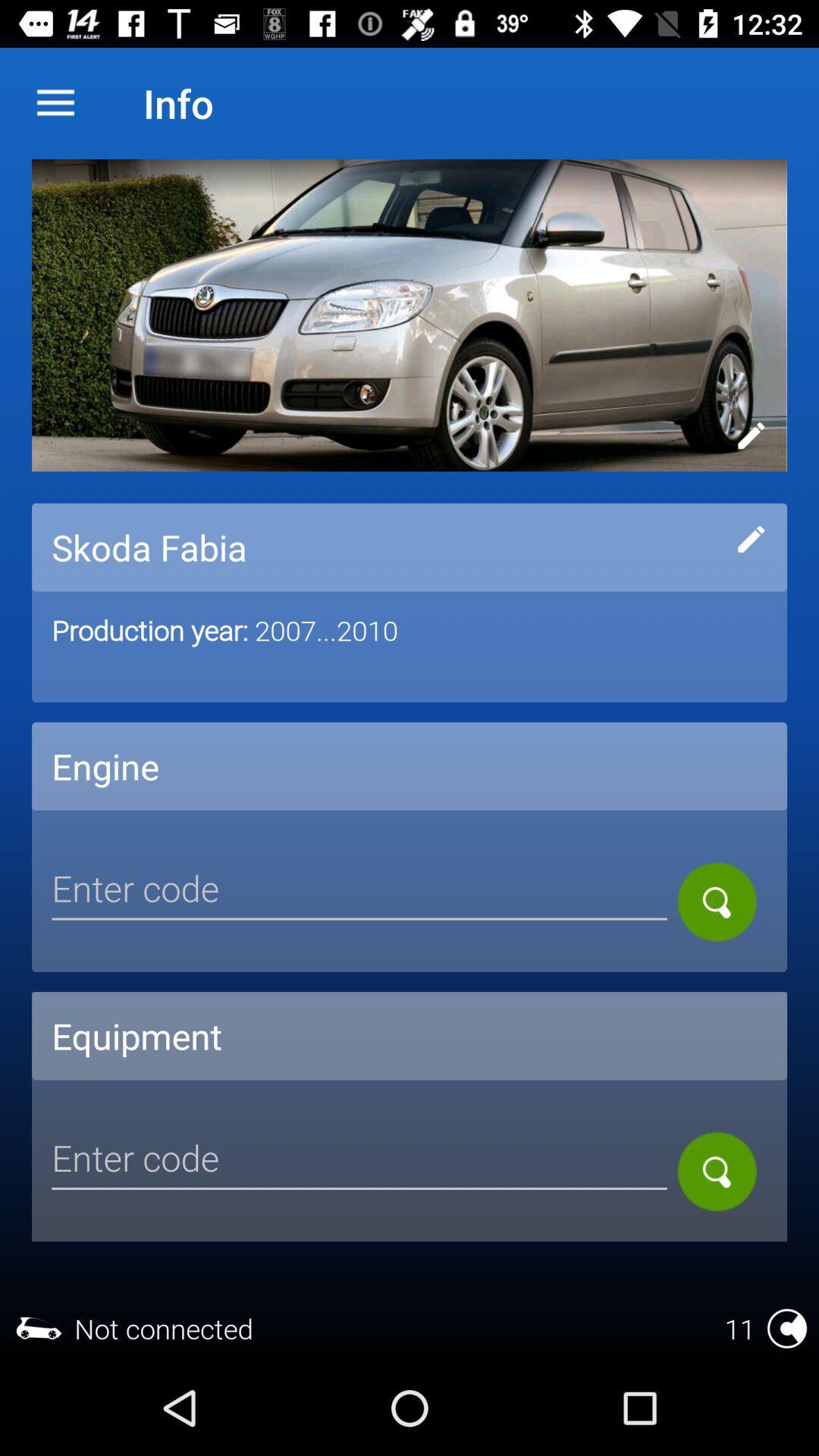 This screenshot has height=1456, width=819. Describe the element at coordinates (717, 1171) in the screenshot. I see `search` at that location.